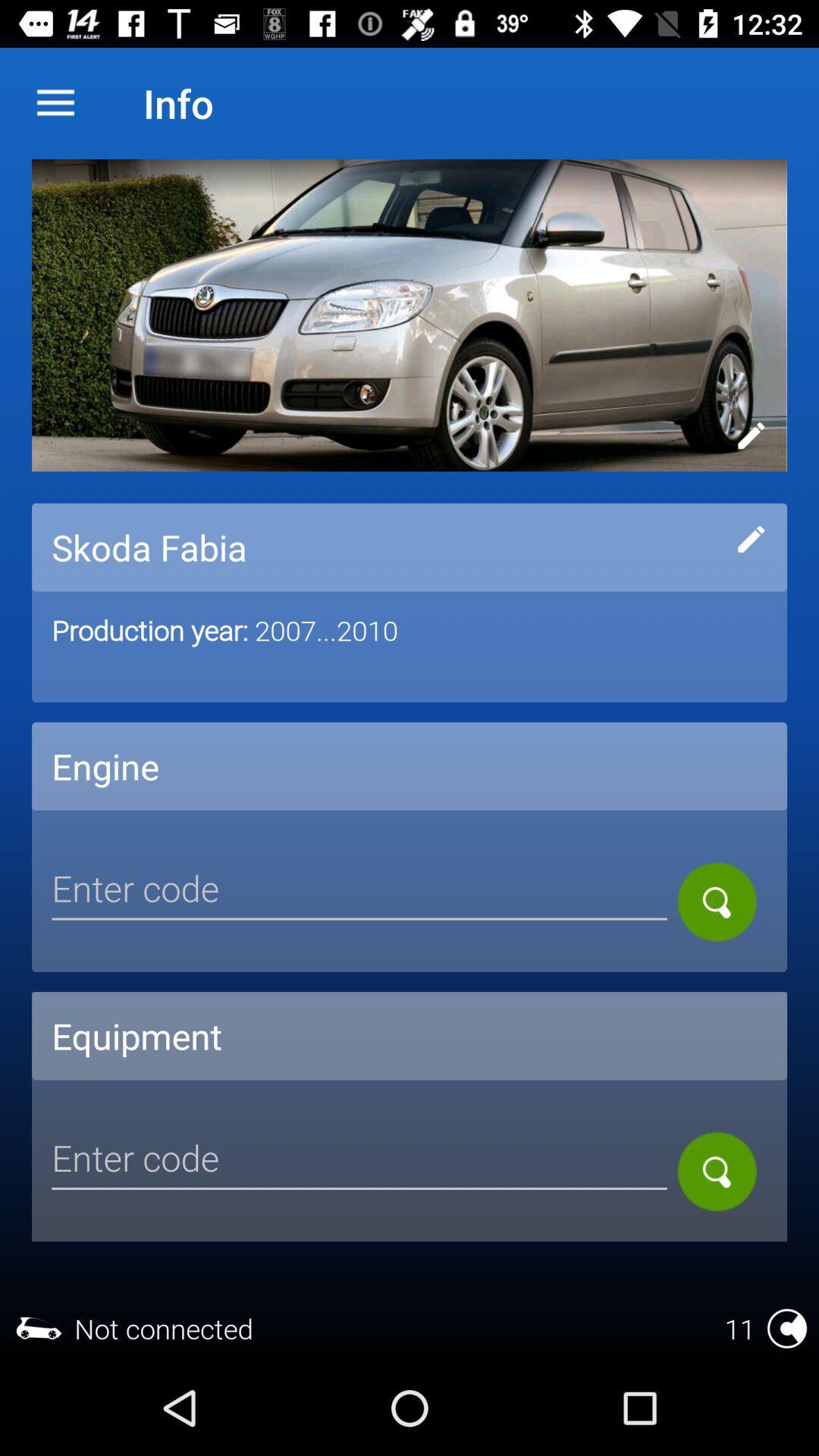 This screenshot has height=1456, width=819. Describe the element at coordinates (717, 1171) in the screenshot. I see `search` at that location.